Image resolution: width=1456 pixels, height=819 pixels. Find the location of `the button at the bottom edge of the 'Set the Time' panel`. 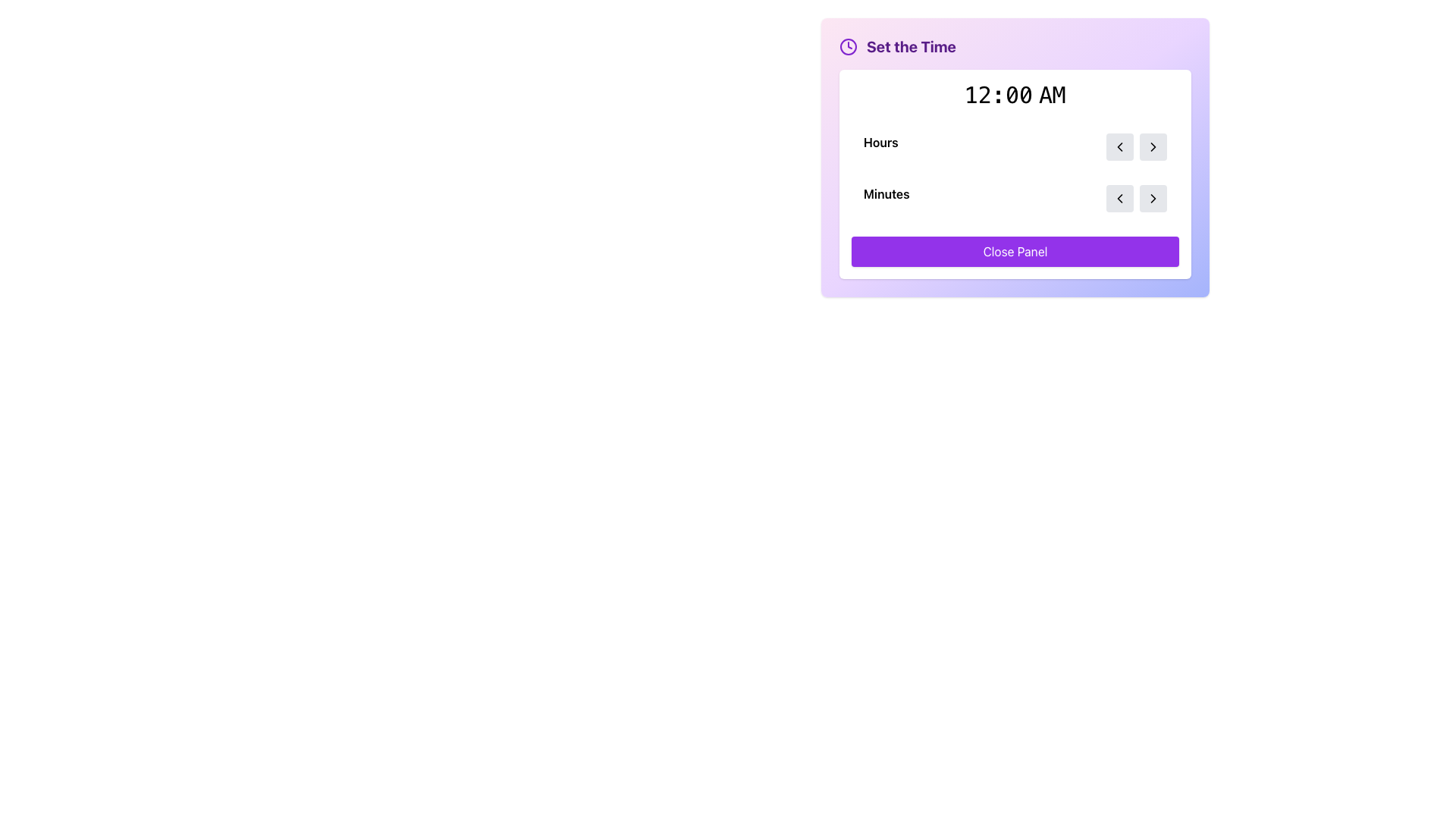

the button at the bottom edge of the 'Set the Time' panel is located at coordinates (1015, 250).